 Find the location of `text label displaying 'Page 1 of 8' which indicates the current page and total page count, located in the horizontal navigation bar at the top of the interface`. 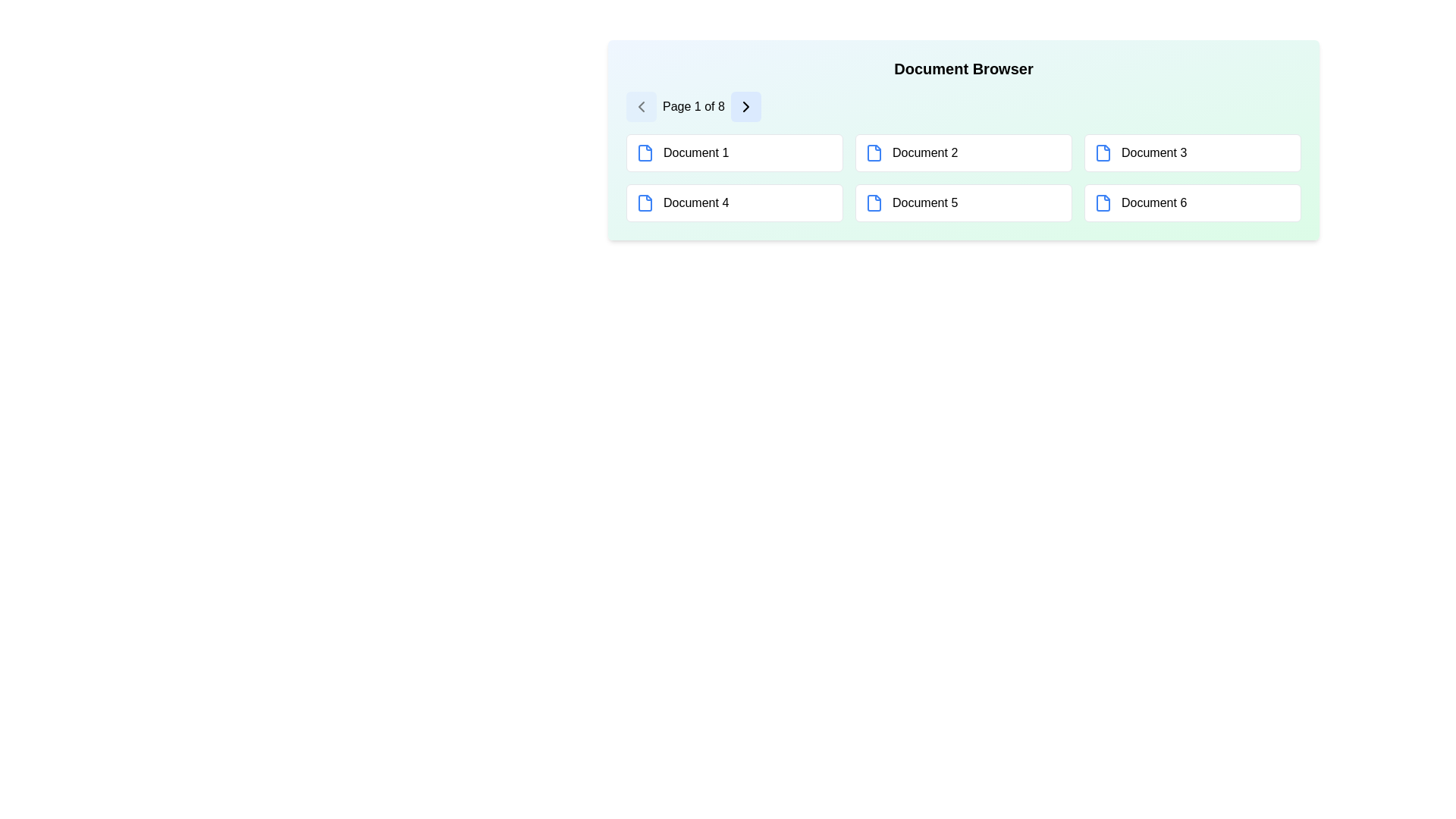

text label displaying 'Page 1 of 8' which indicates the current page and total page count, located in the horizontal navigation bar at the top of the interface is located at coordinates (692, 106).